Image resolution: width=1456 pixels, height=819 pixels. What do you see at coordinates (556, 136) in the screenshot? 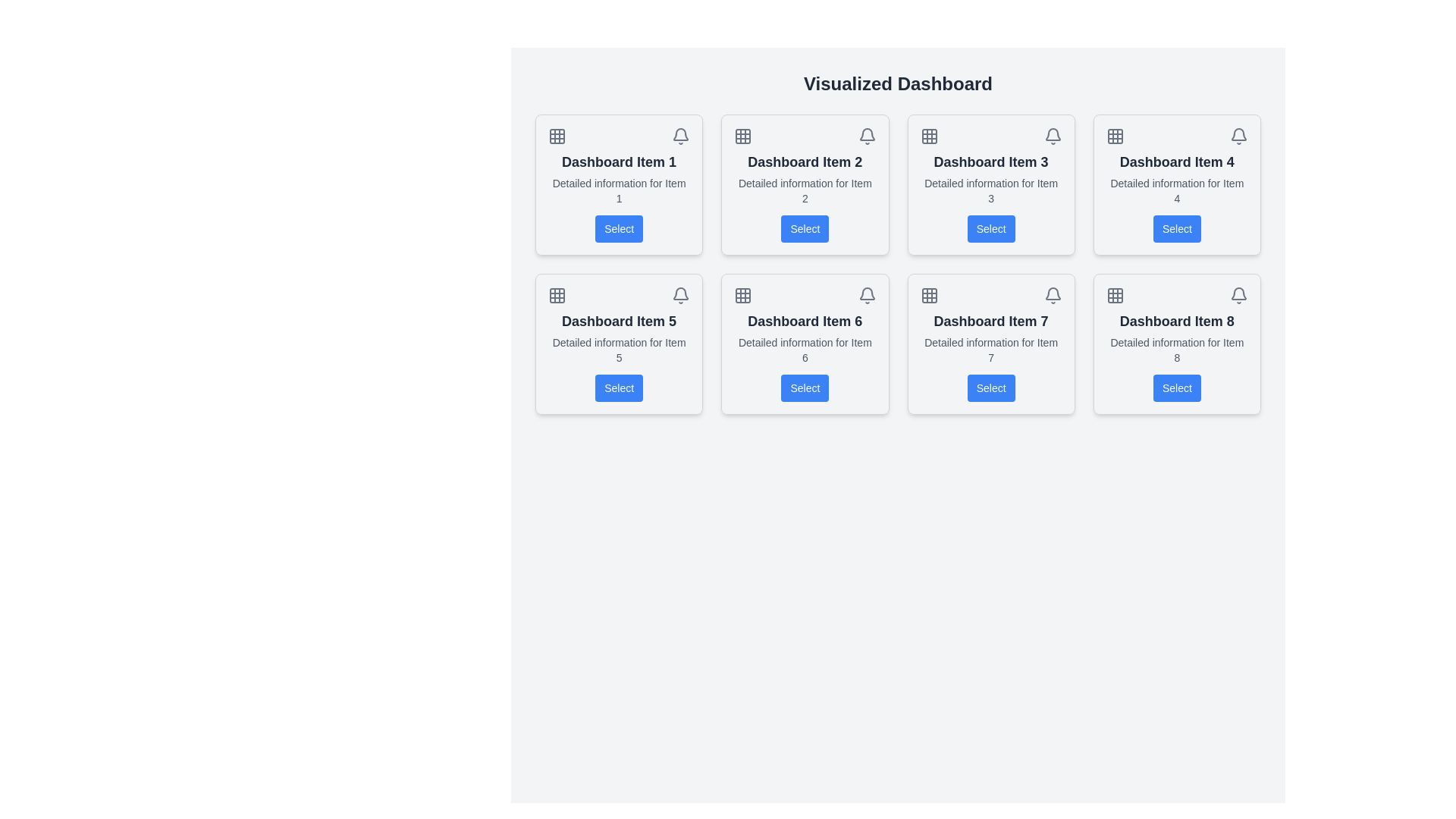
I see `the 3x3 grid icon located in the top-left corner of the 'Dashboard Item 1' card` at bounding box center [556, 136].